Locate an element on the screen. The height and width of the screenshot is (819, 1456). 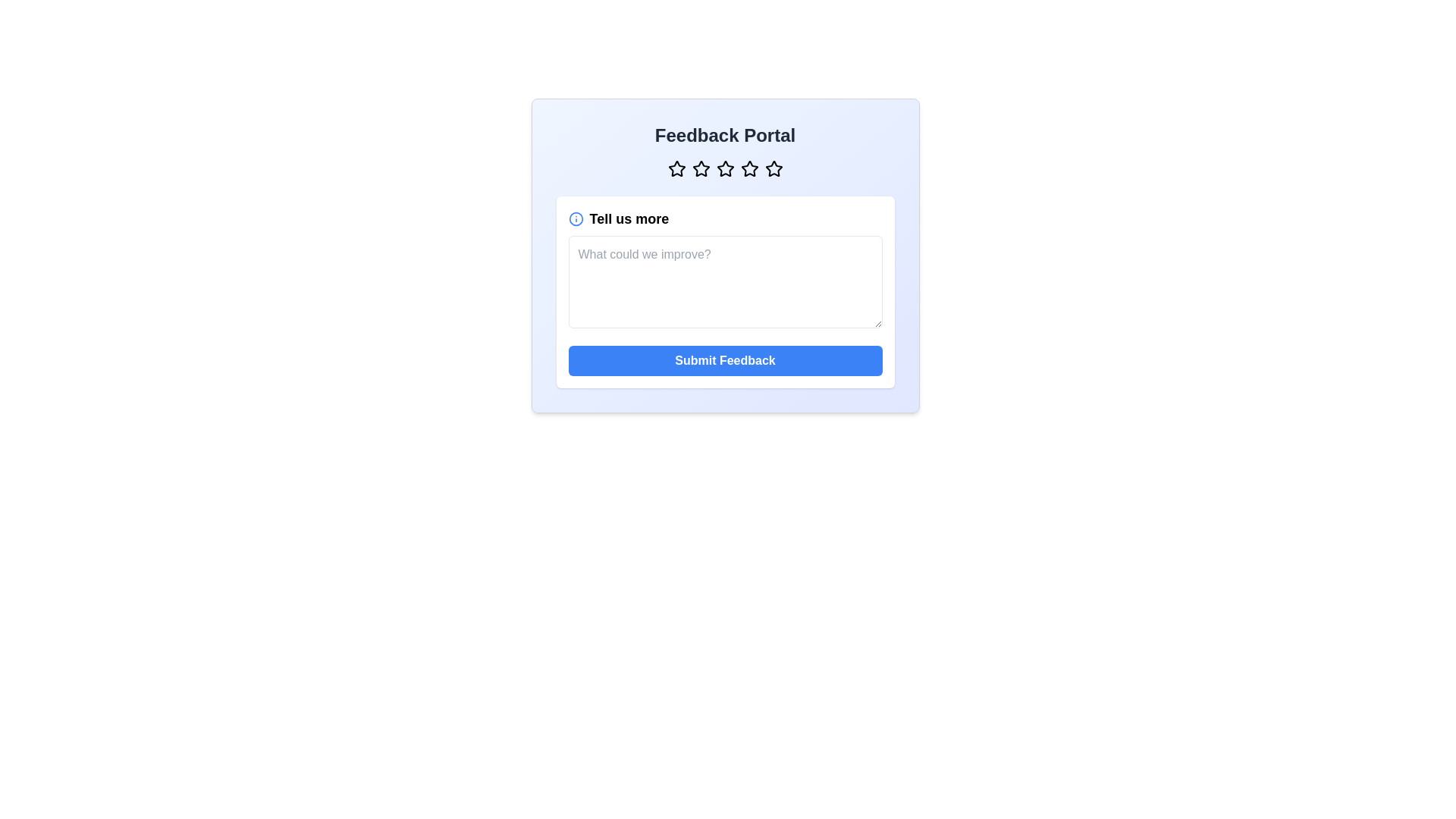
the highlighted third star in the rating component of the feedback form is located at coordinates (700, 168).